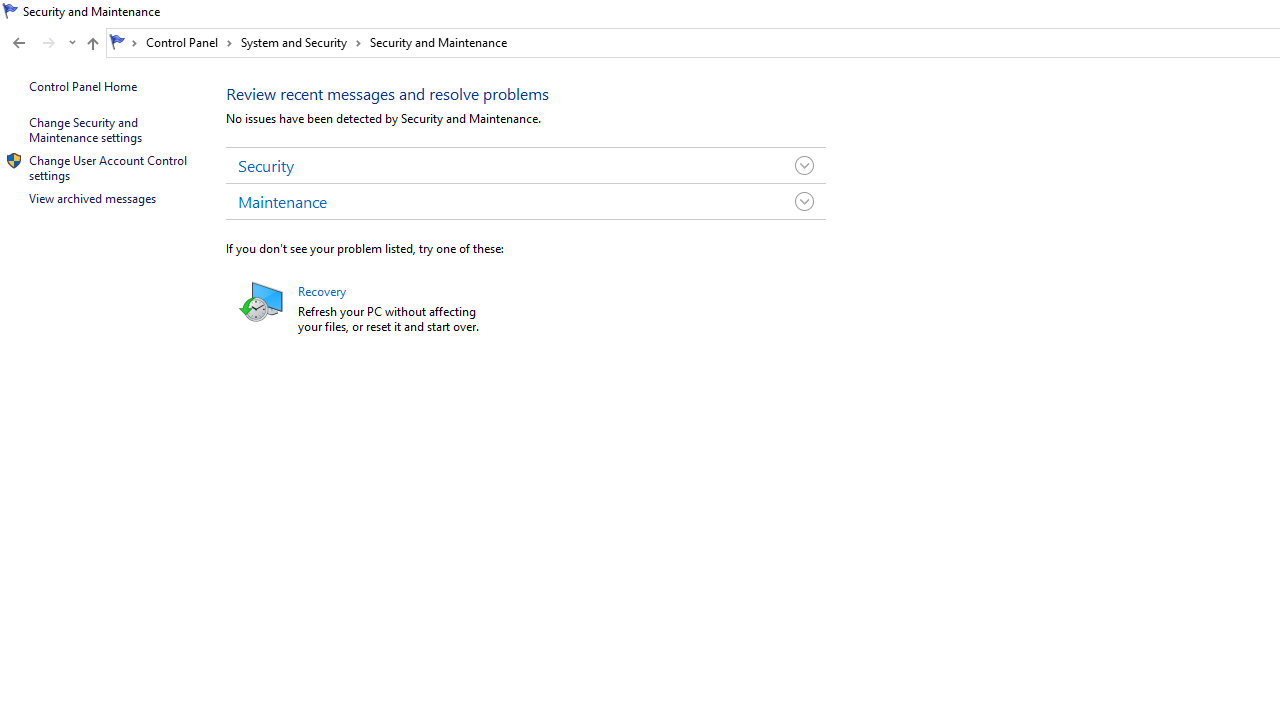  I want to click on 'Toggle Maintenance Group', so click(804, 201).